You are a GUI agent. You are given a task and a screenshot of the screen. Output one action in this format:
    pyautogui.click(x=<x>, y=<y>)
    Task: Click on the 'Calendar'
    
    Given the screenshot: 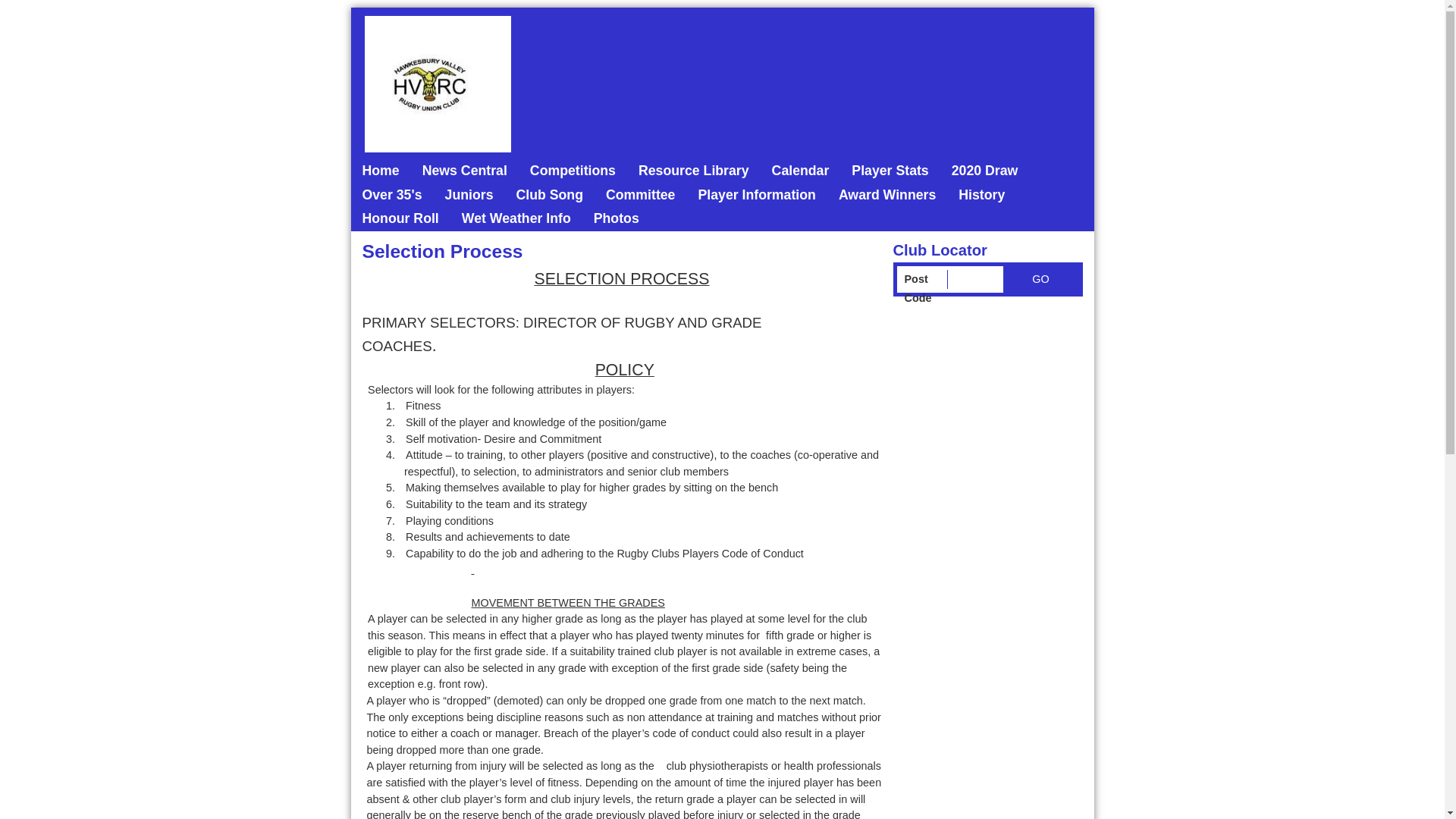 What is the action you would take?
    pyautogui.click(x=800, y=171)
    